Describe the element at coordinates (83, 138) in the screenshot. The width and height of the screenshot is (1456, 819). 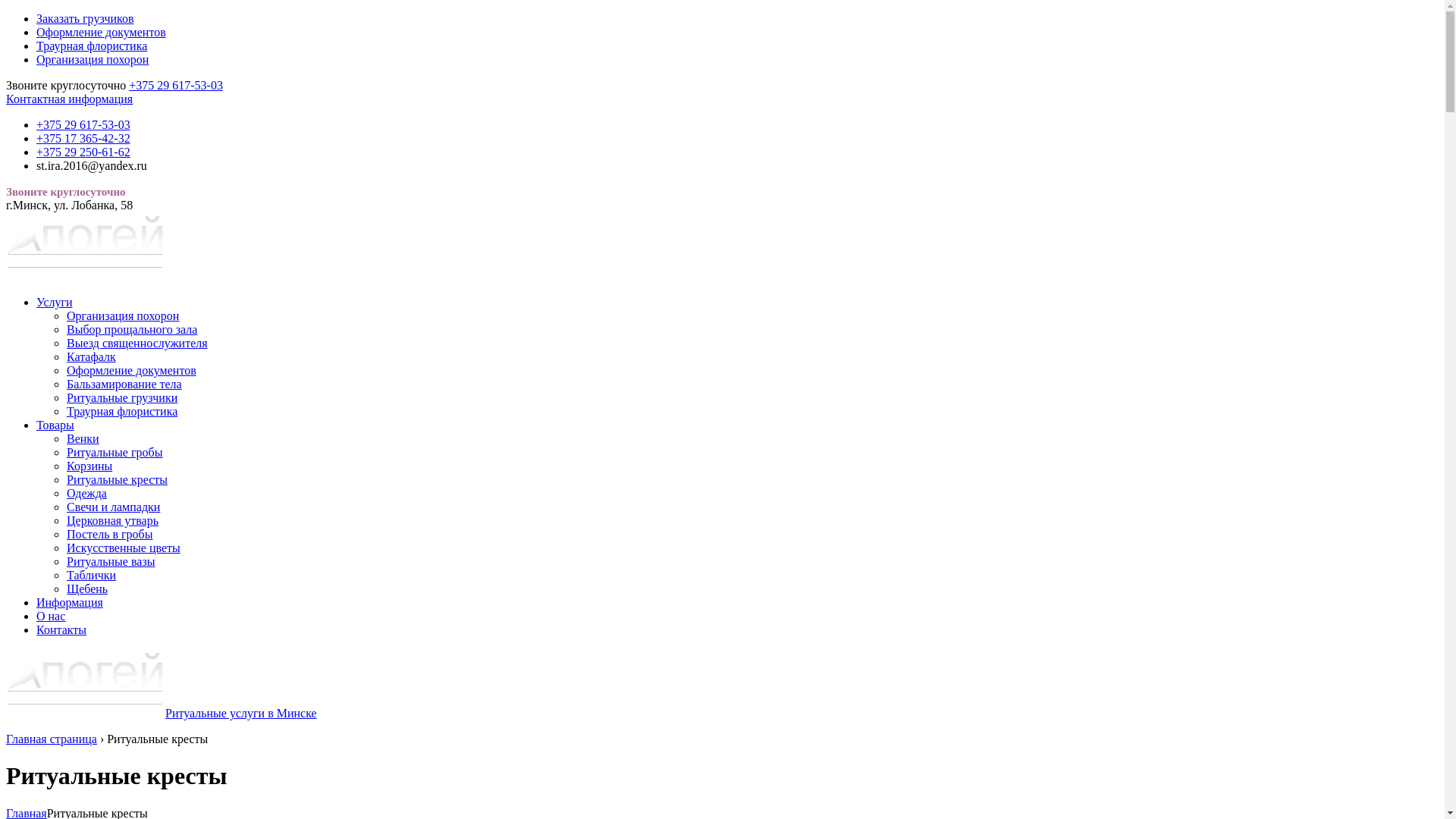
I see `'+375 17 365-42-32'` at that location.